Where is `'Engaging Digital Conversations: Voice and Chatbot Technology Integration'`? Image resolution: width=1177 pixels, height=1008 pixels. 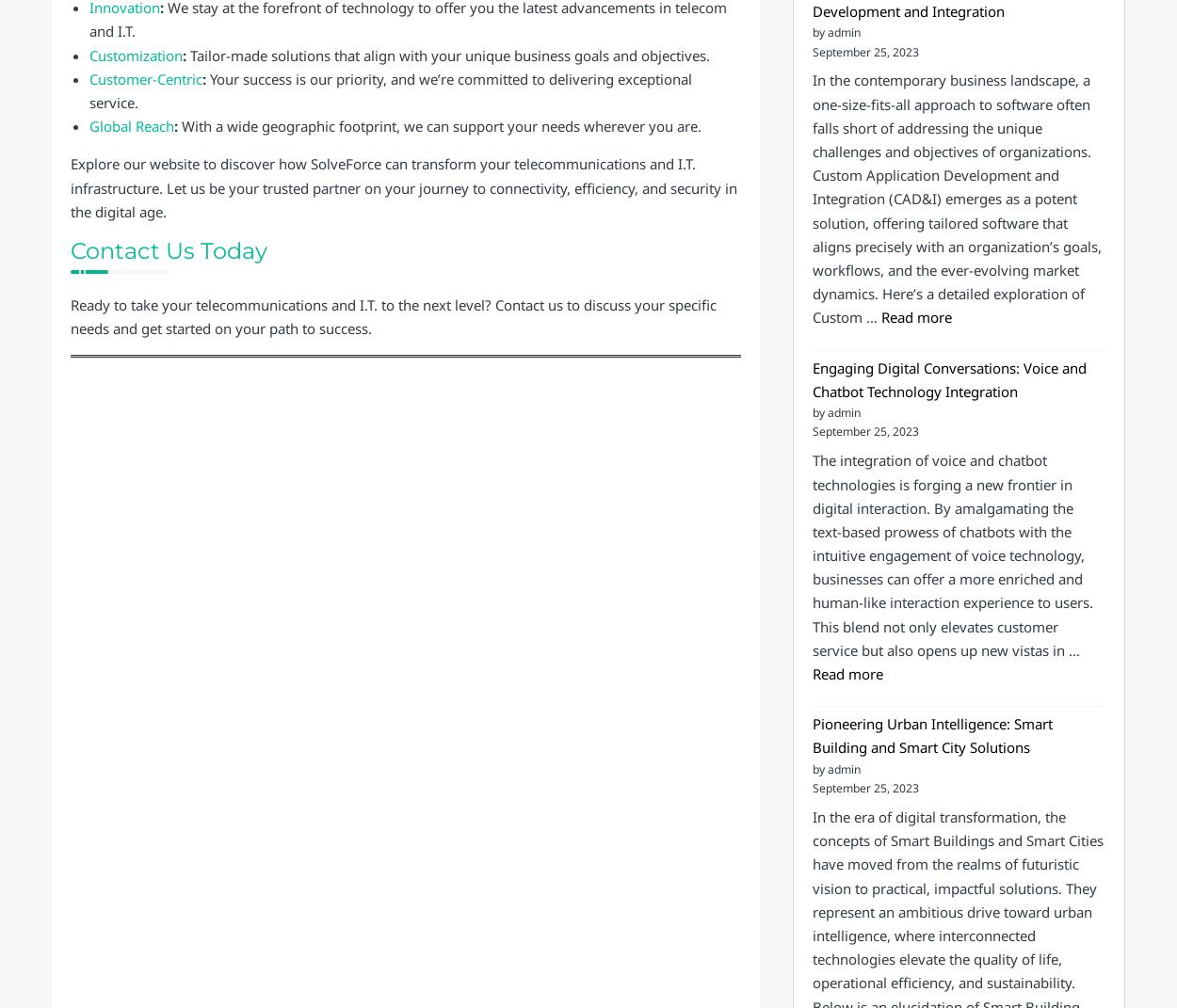
'Engaging Digital Conversations: Voice and Chatbot Technology Integration' is located at coordinates (948, 378).